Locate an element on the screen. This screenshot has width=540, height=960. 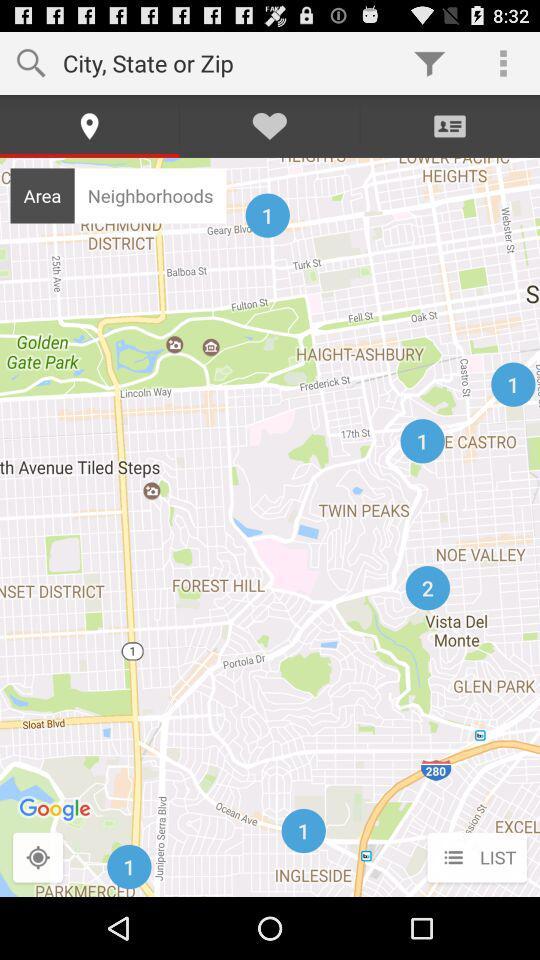
the app to the right of the city state or icon is located at coordinates (428, 62).